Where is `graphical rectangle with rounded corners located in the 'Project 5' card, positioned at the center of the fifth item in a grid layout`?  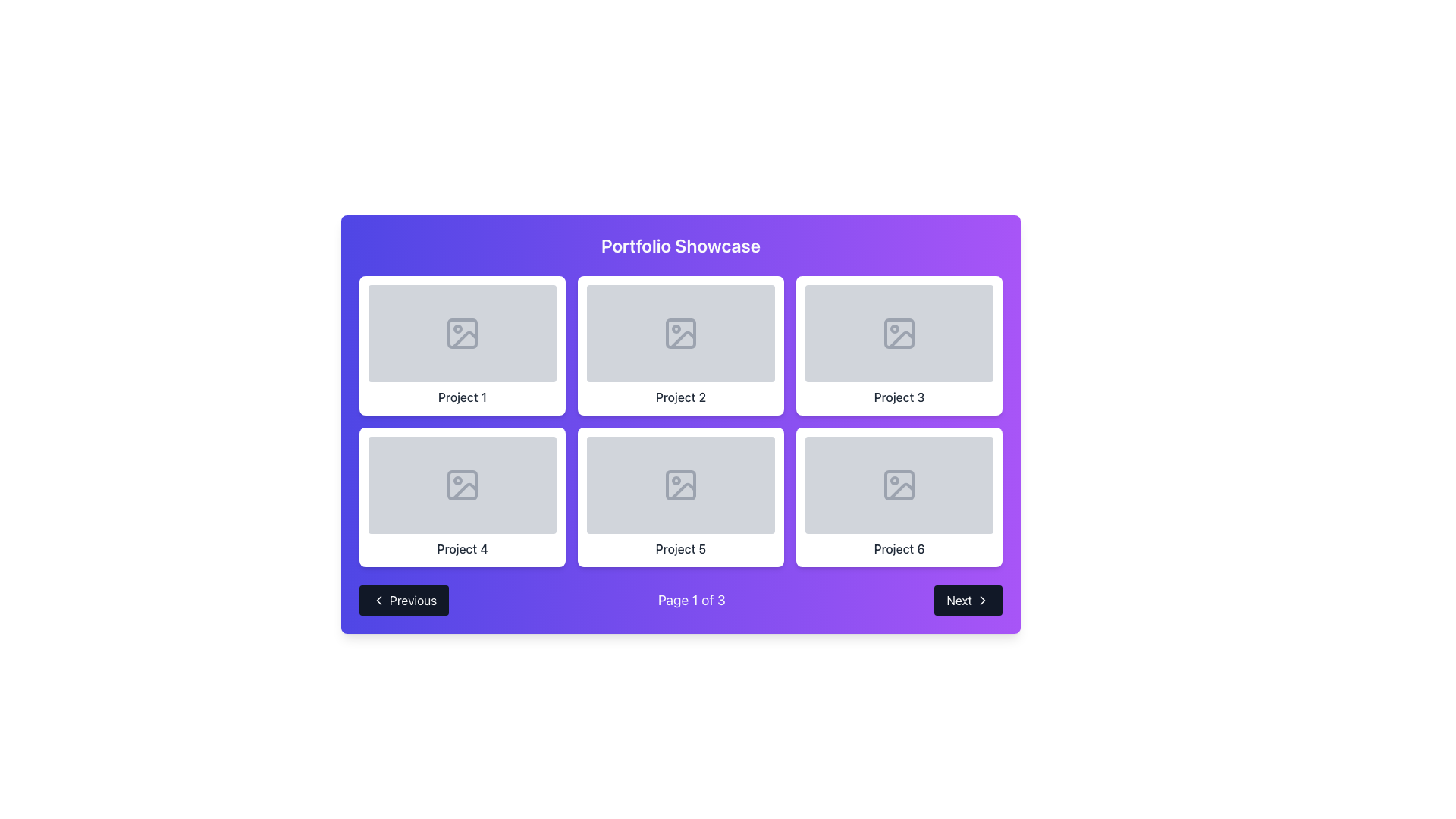 graphical rectangle with rounded corners located in the 'Project 5' card, positioned at the center of the fifth item in a grid layout is located at coordinates (679, 485).